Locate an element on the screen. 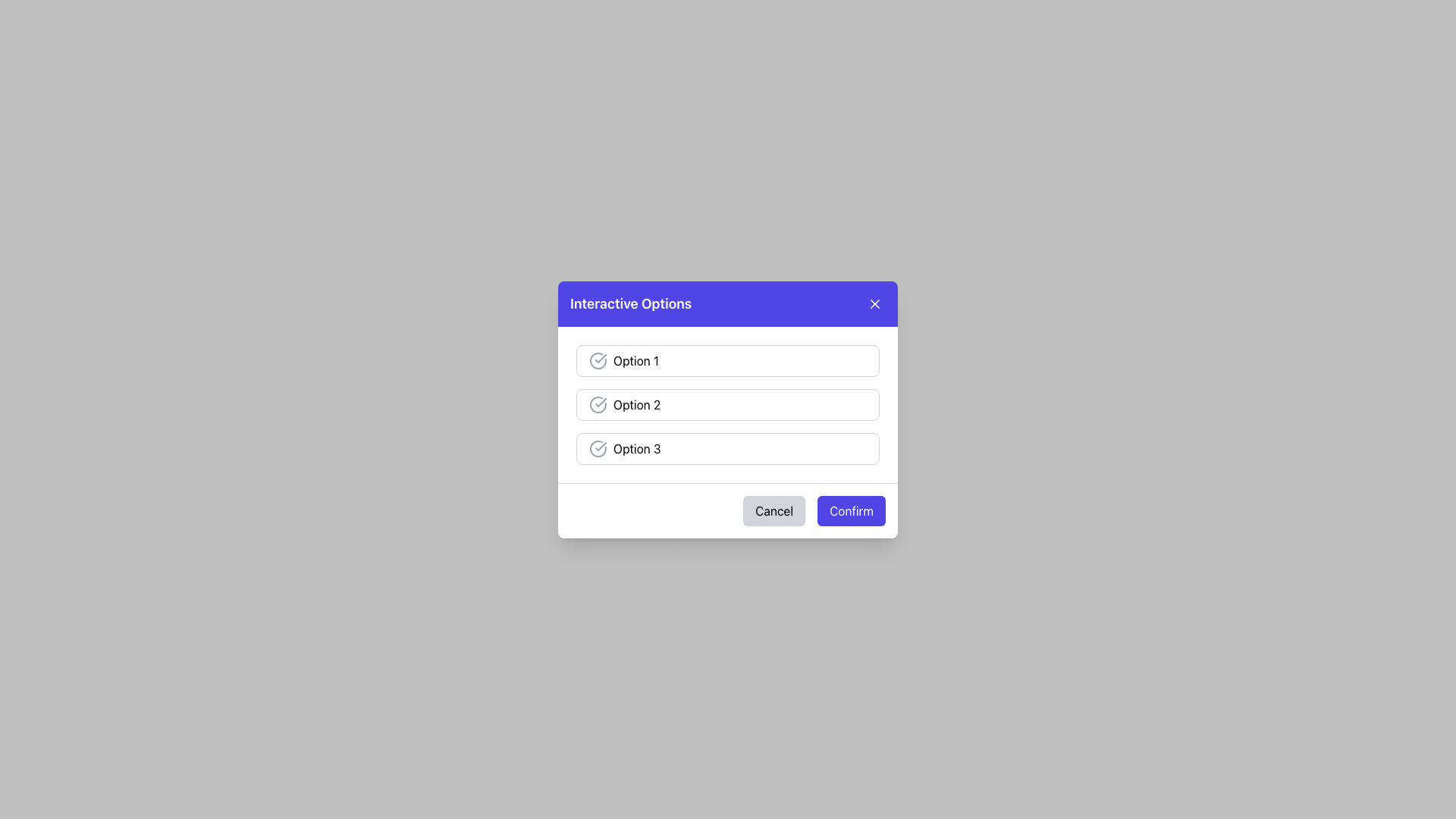 The width and height of the screenshot is (1456, 819). the 'Cancel' button, which is a light gray rectangular button with rounded corners located at the bottom-right area of a card layout, to observe a background color change is located at coordinates (774, 510).